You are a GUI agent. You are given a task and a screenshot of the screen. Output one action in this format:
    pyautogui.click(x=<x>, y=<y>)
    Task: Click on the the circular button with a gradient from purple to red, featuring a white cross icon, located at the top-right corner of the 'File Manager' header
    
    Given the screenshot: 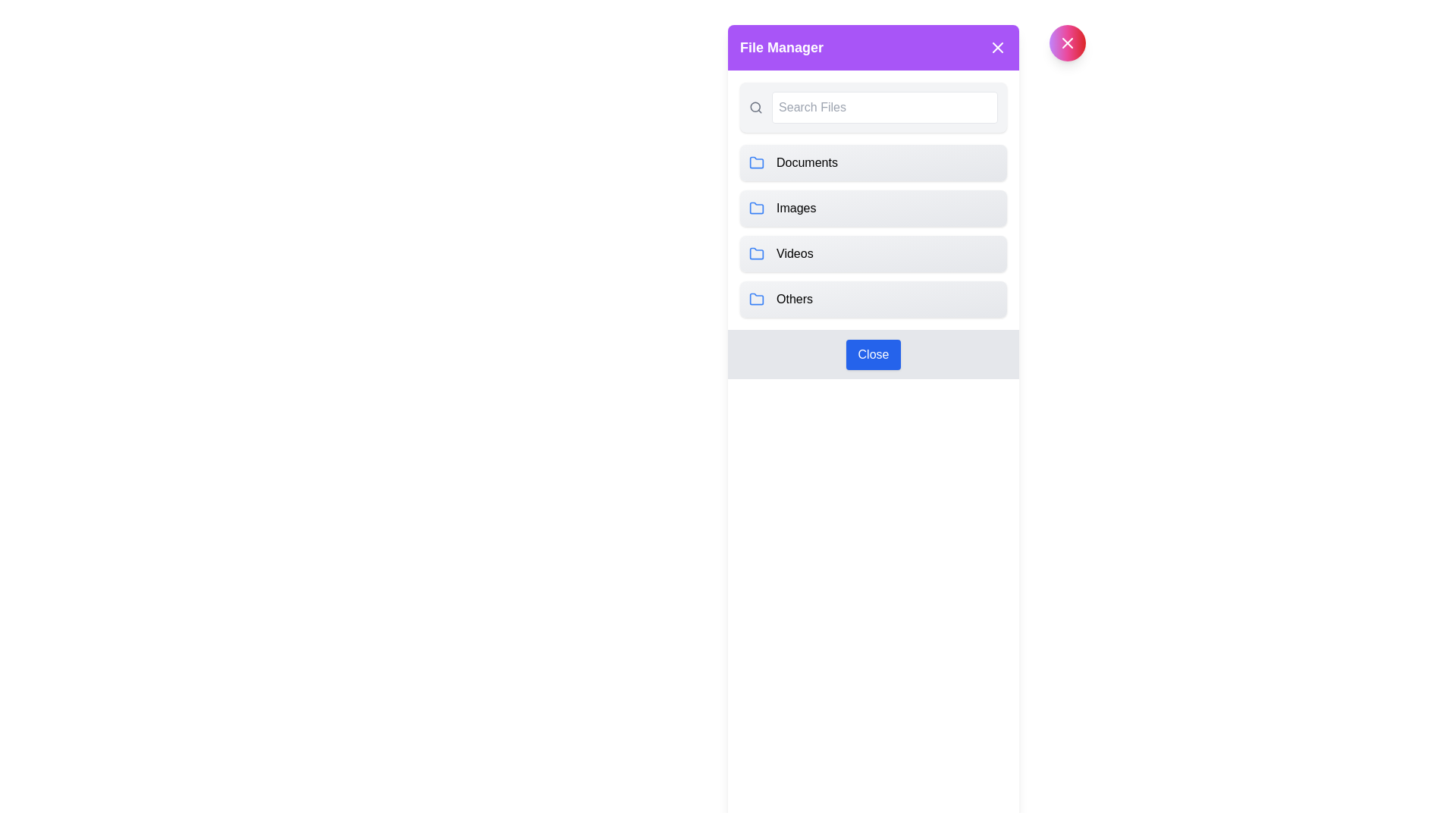 What is the action you would take?
    pyautogui.click(x=1066, y=42)
    